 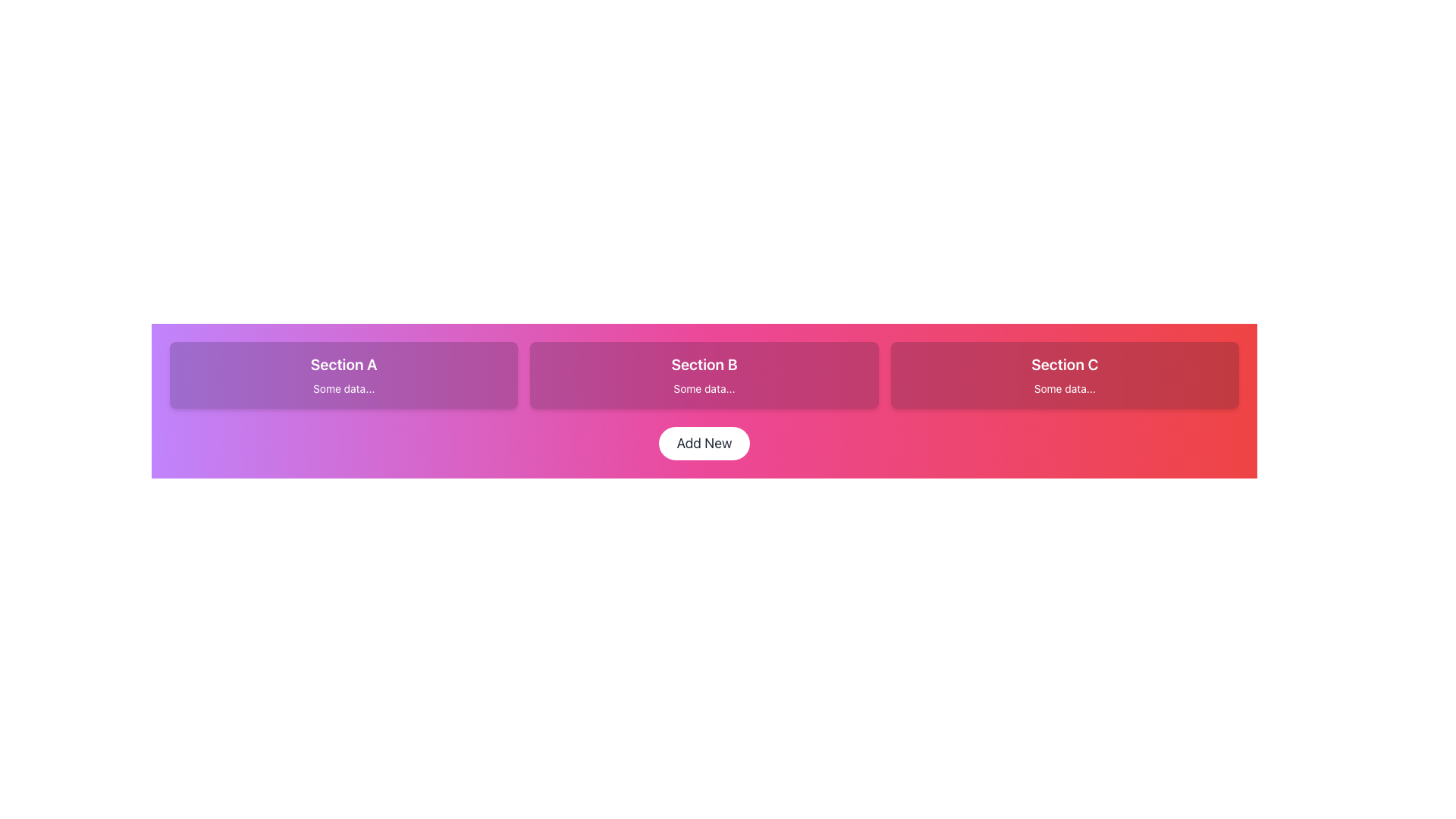 I want to click on the Informational Card that displays information related to 'Section B', located in the middle of a horizontally-aligned grid between 'Section A' and 'Section C', so click(x=703, y=375).